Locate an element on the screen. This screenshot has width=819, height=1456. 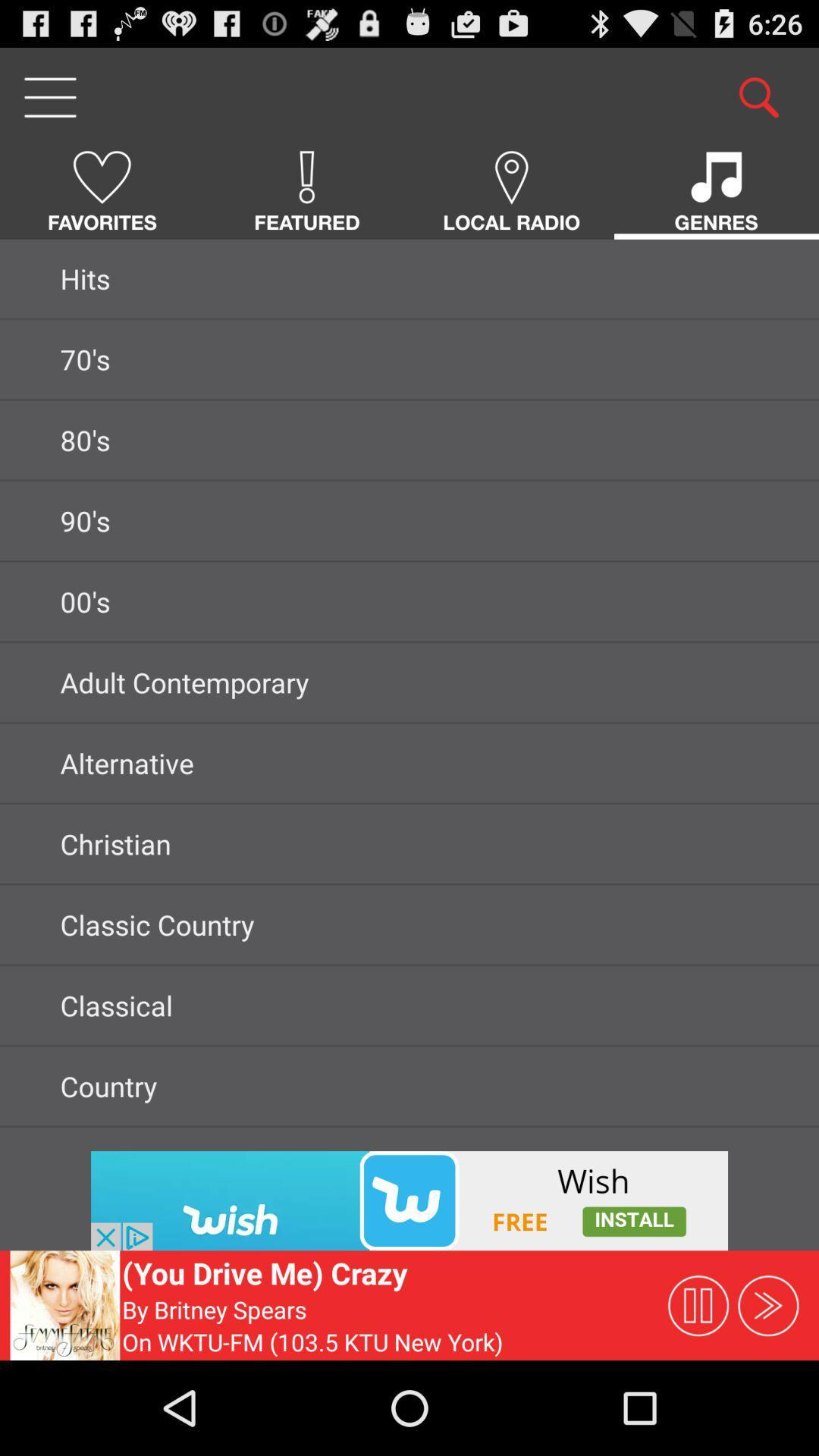
go back is located at coordinates (409, 1200).